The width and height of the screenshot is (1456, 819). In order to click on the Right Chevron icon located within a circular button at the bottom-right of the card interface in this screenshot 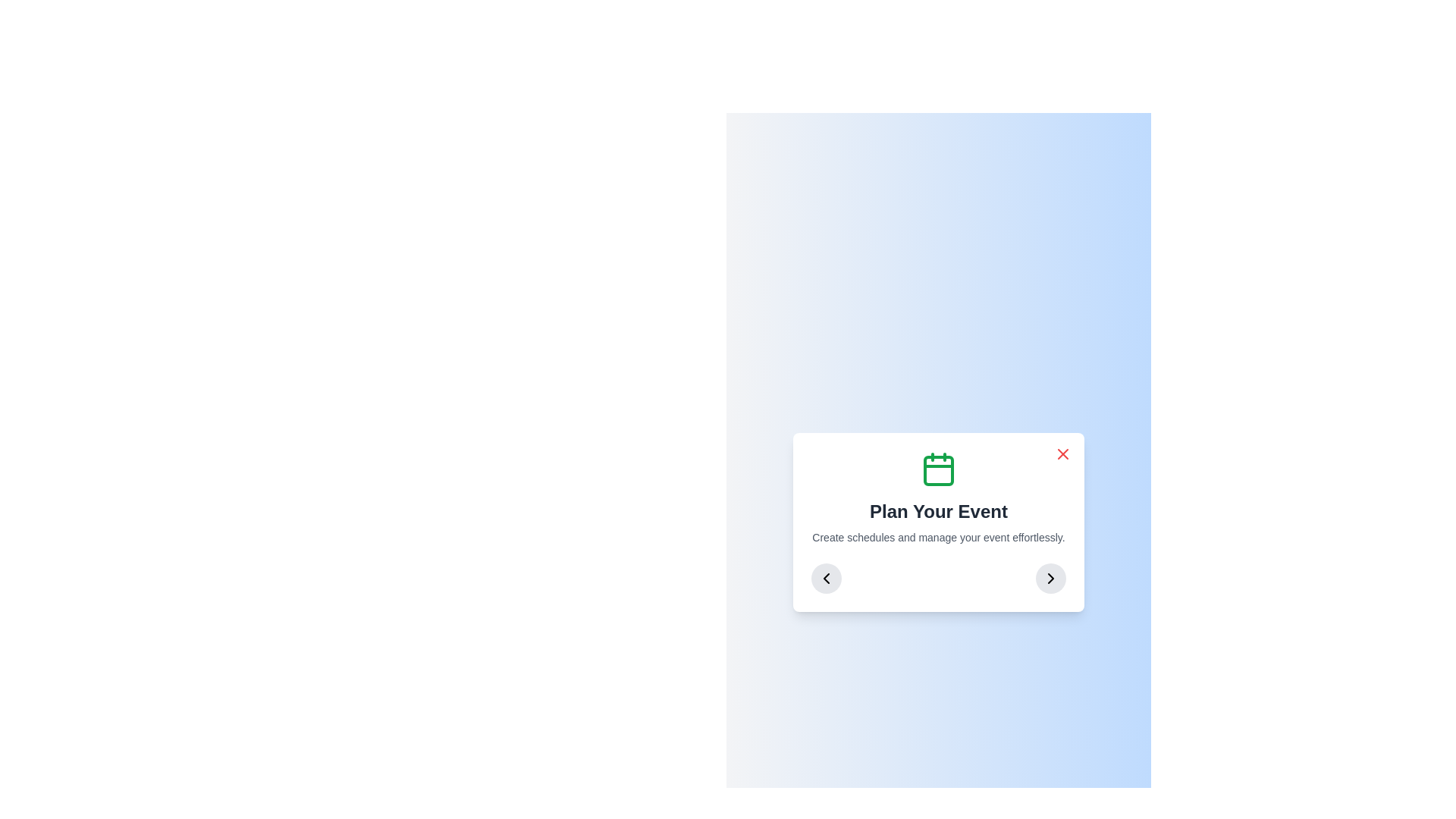, I will do `click(1050, 579)`.